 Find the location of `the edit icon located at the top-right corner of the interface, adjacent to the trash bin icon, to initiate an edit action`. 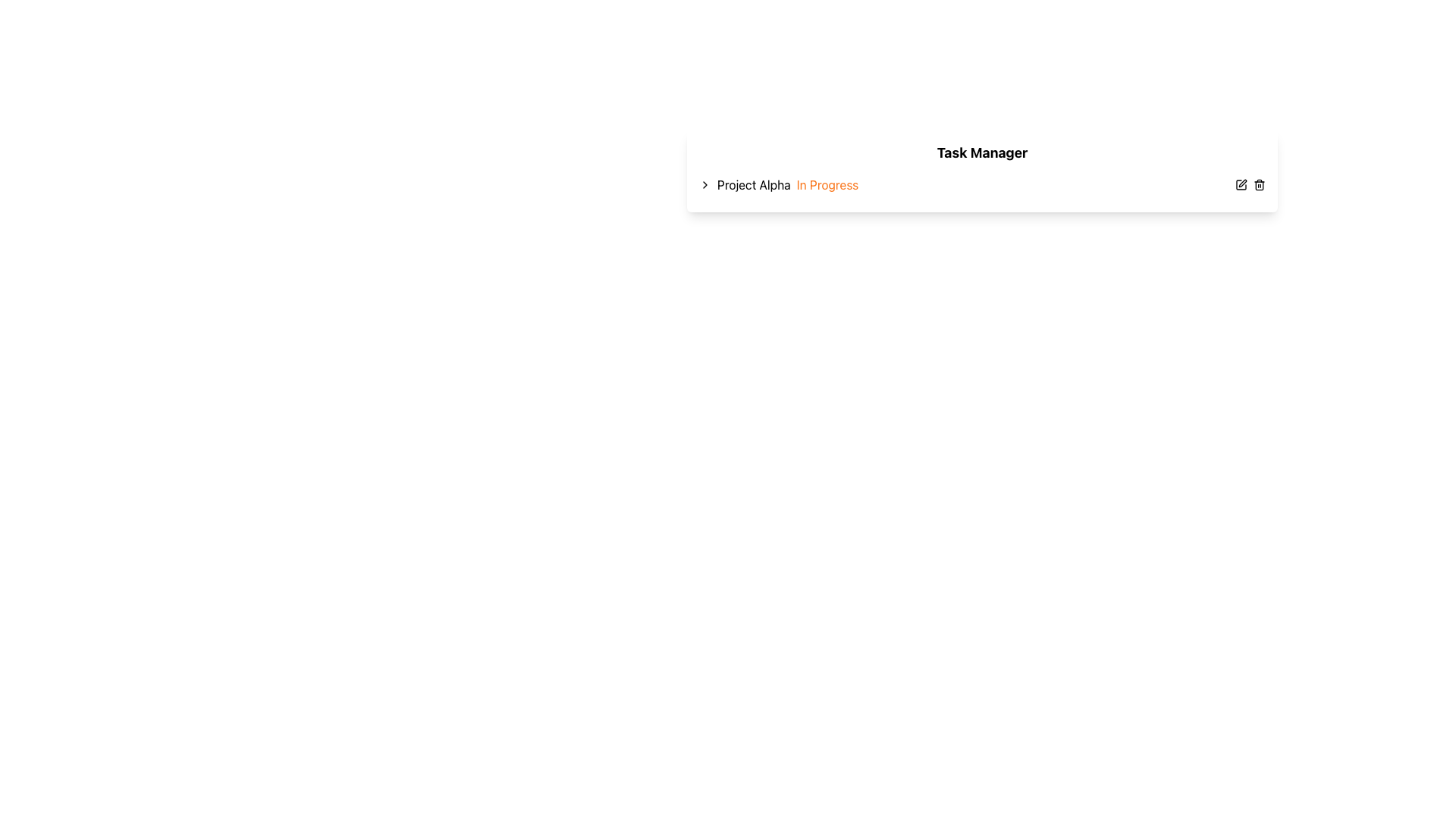

the edit icon located at the top-right corner of the interface, adjacent to the trash bin icon, to initiate an edit action is located at coordinates (1242, 183).